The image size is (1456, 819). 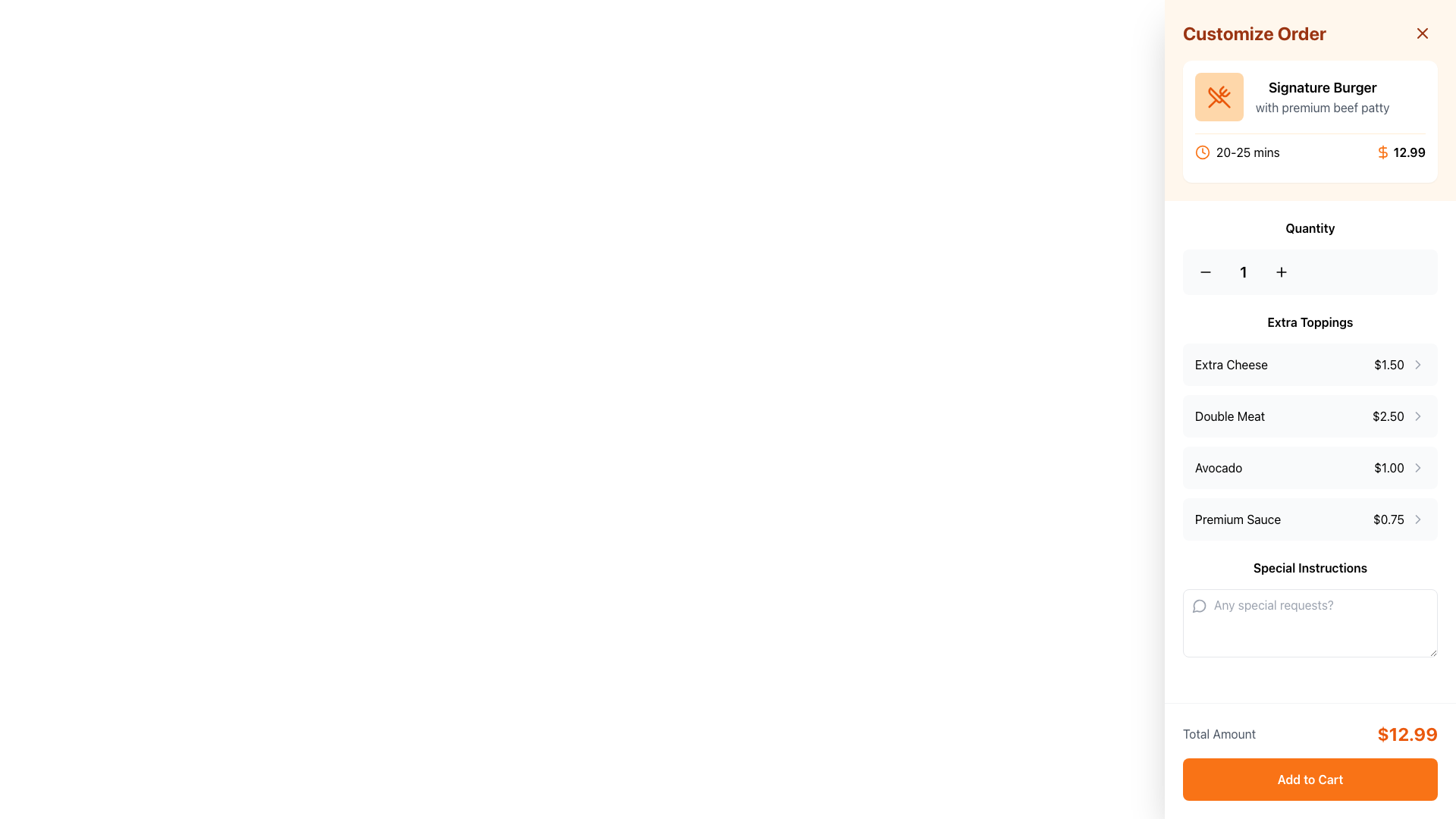 I want to click on the text input area for additional notes located in the customization panel, positioned below the 'Extra Toppings' section and above the 'Total Amount' section, so click(x=1310, y=610).